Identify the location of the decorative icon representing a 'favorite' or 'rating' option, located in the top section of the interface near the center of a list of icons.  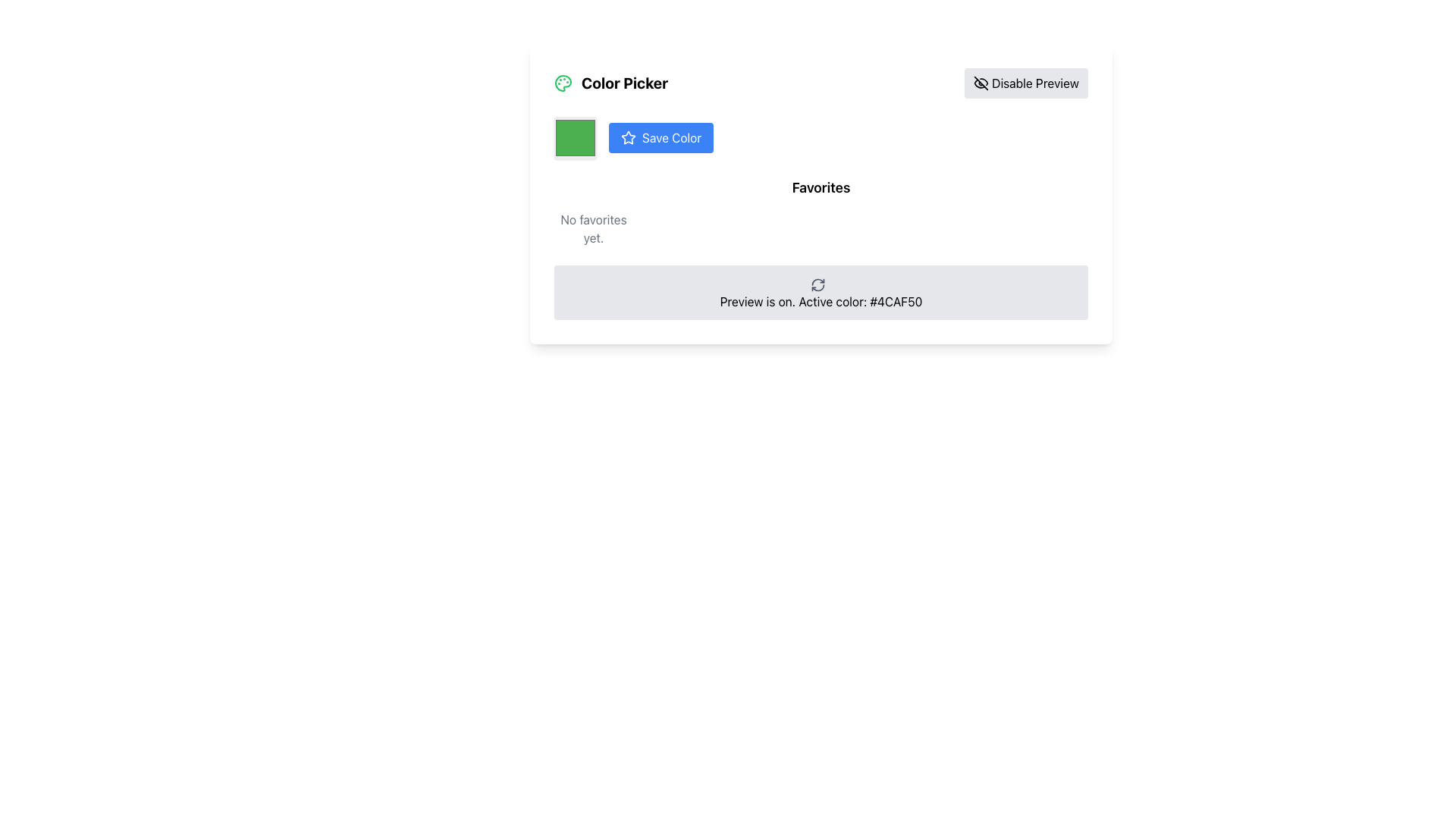
(629, 137).